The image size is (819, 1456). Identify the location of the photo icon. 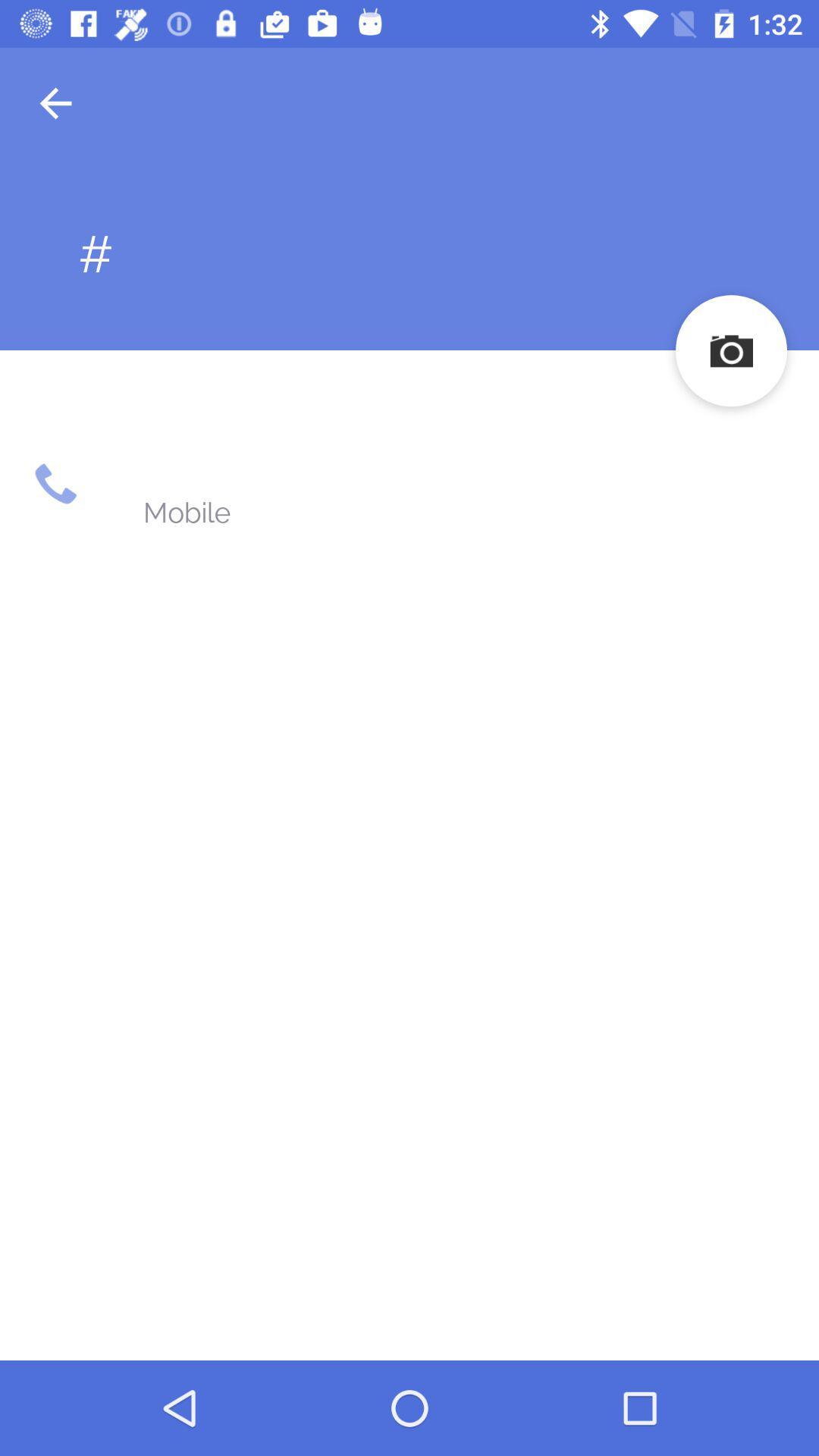
(730, 350).